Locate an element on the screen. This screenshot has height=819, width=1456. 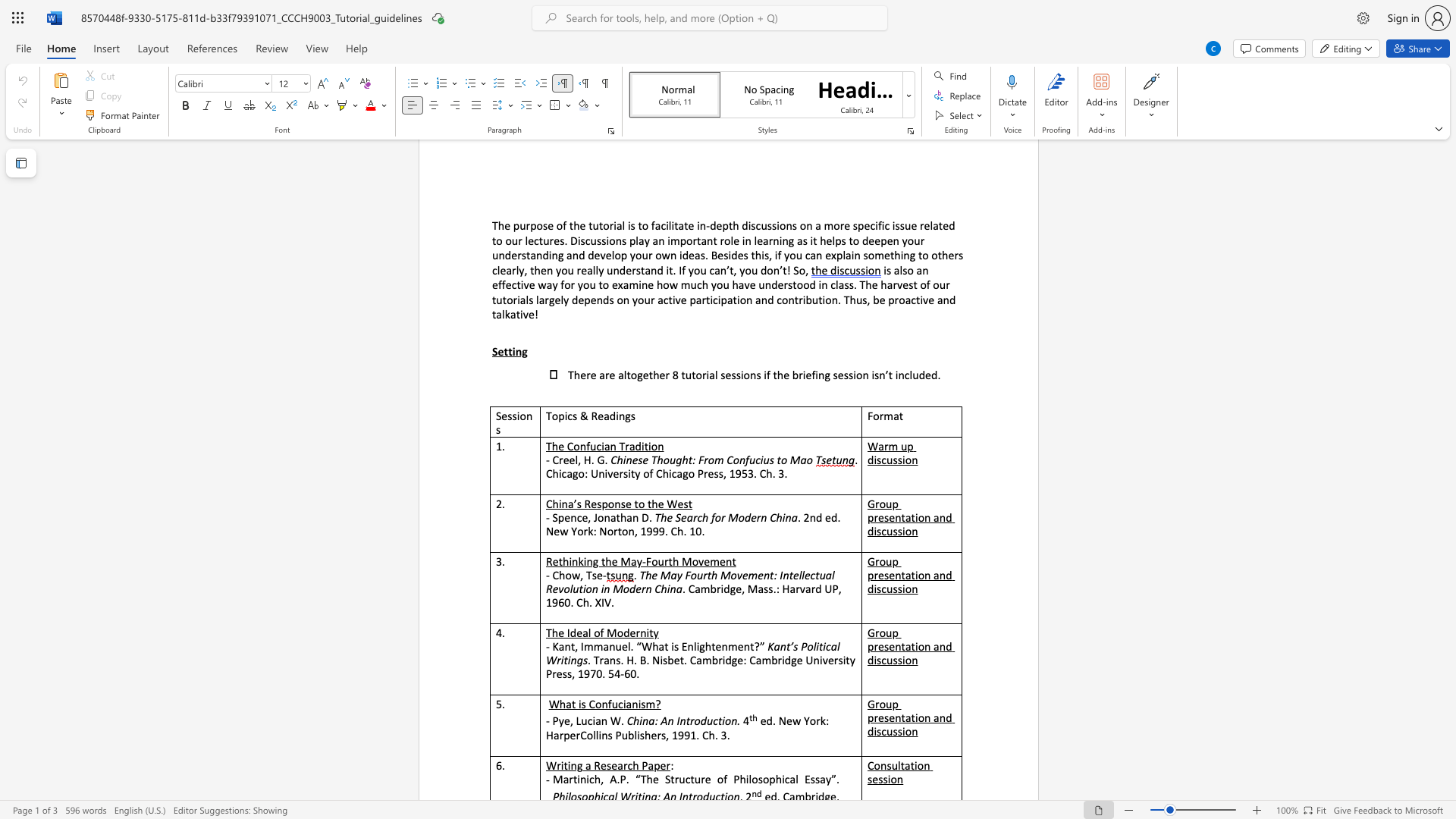
the subset text "a Resea" within the text "a Research Paper" is located at coordinates (585, 765).